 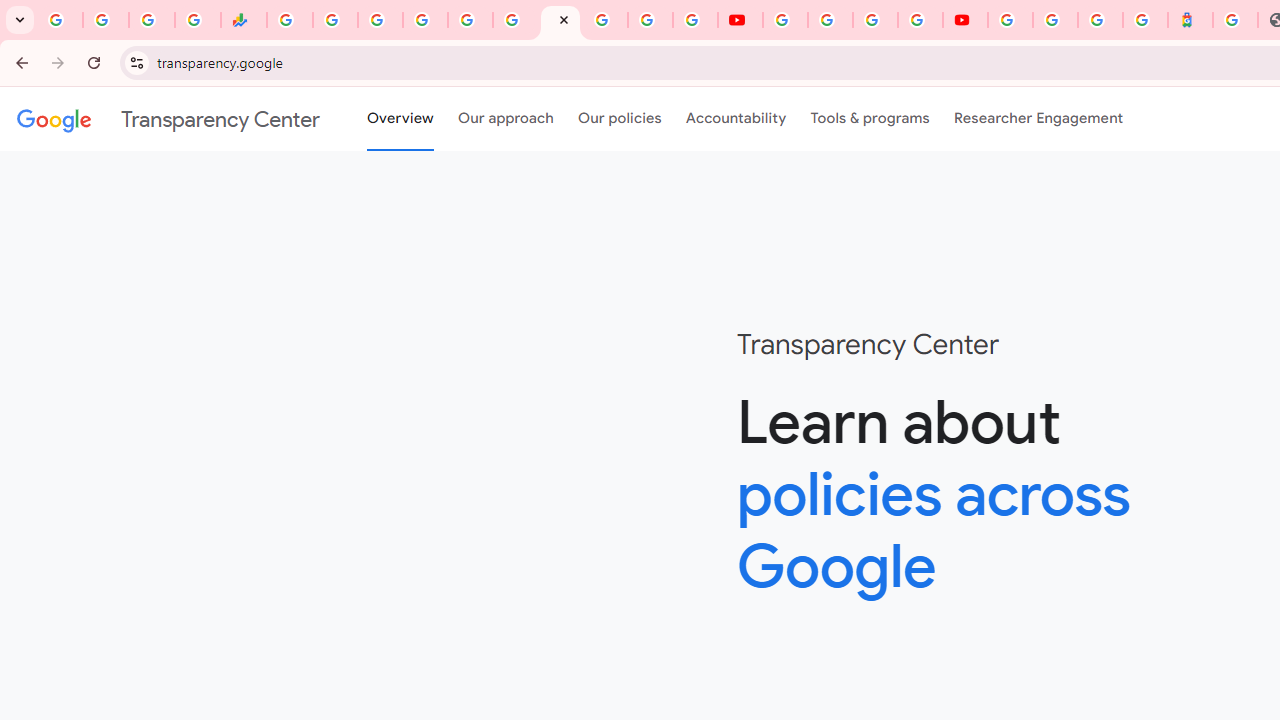 I want to click on 'Content Creator Programs & Opportunities - YouTube Creators', so click(x=965, y=20).